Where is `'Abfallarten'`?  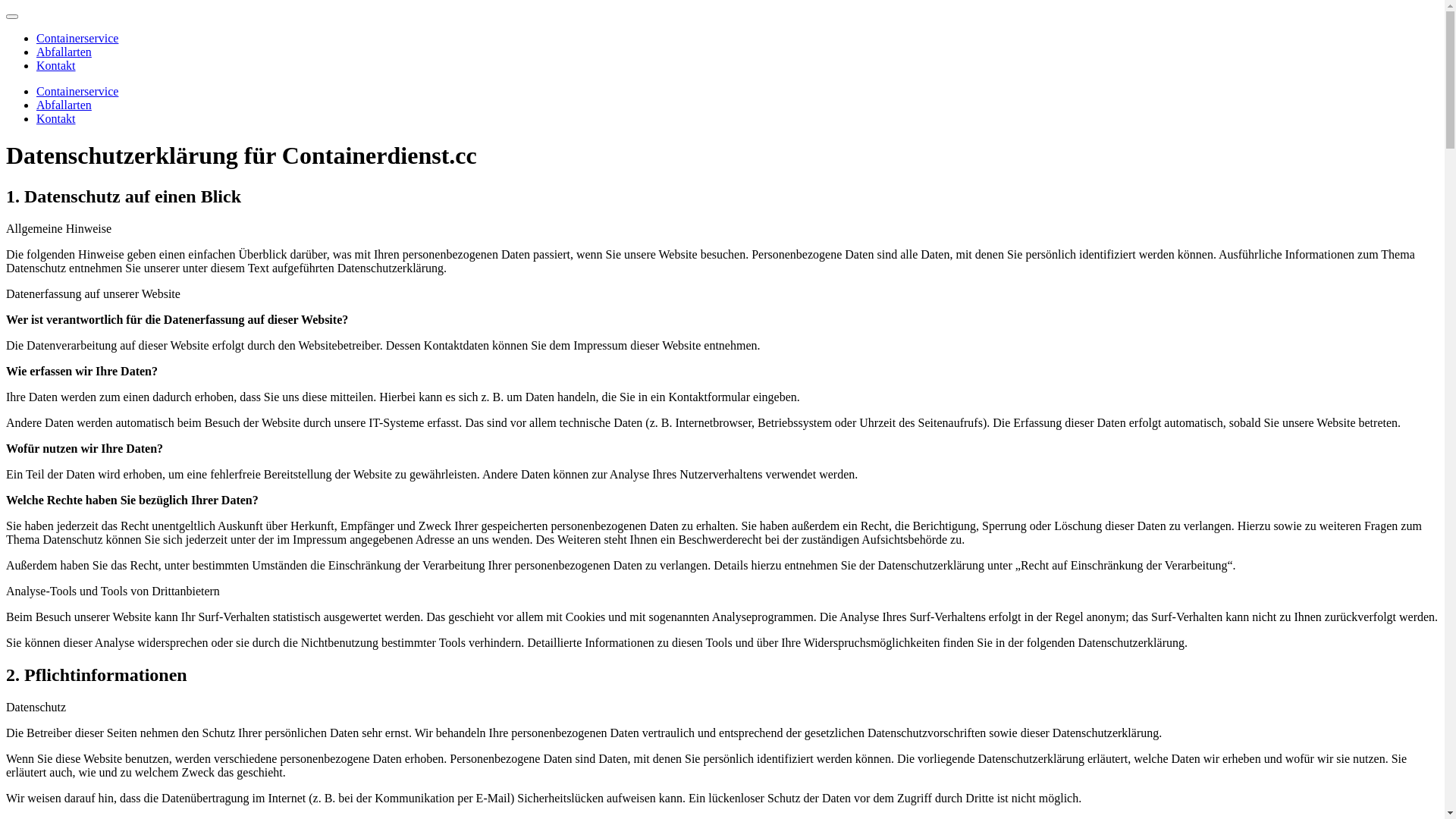 'Abfallarten' is located at coordinates (63, 51).